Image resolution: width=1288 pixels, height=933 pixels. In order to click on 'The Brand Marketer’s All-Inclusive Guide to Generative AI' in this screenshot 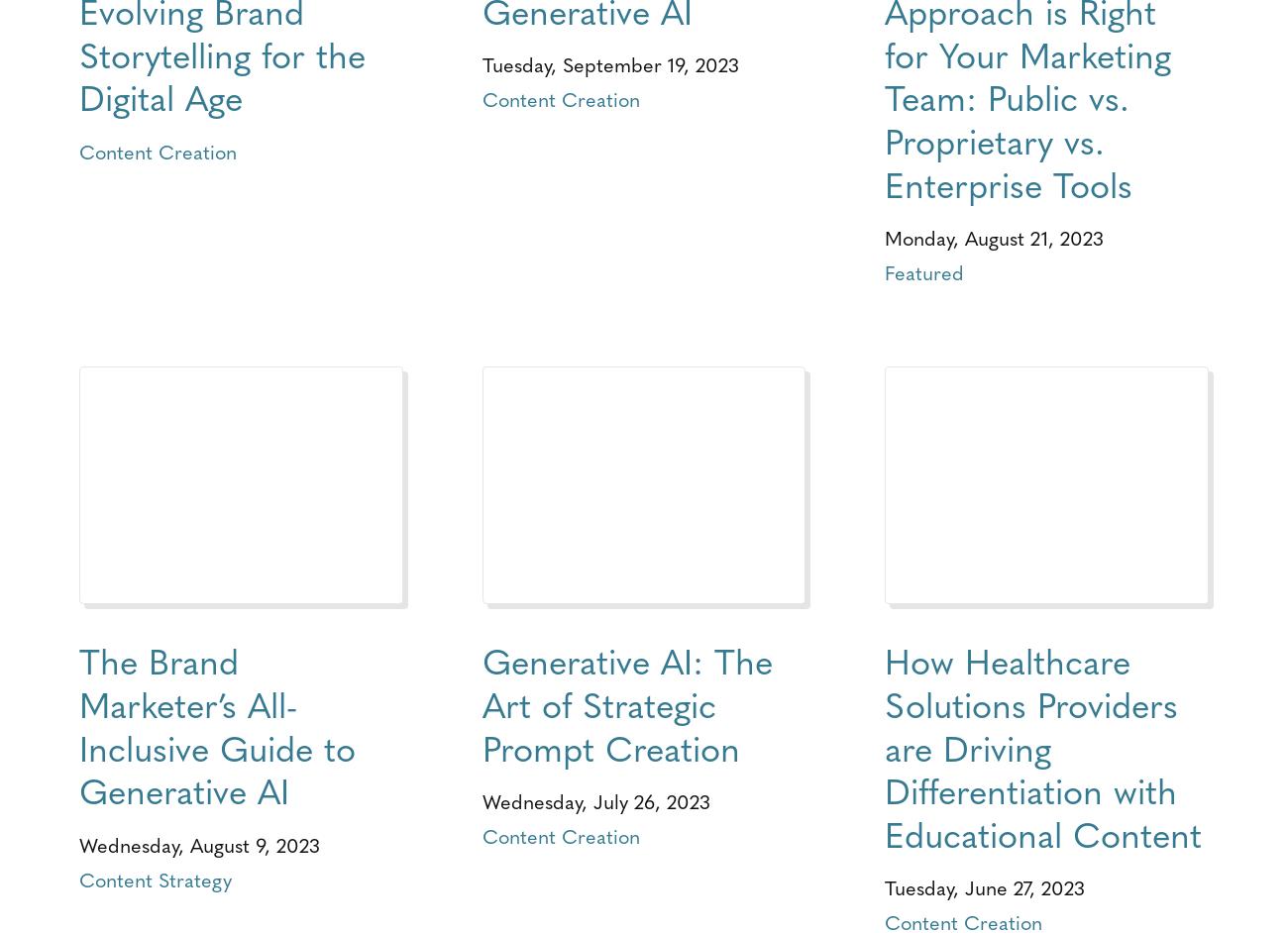, I will do `click(216, 724)`.